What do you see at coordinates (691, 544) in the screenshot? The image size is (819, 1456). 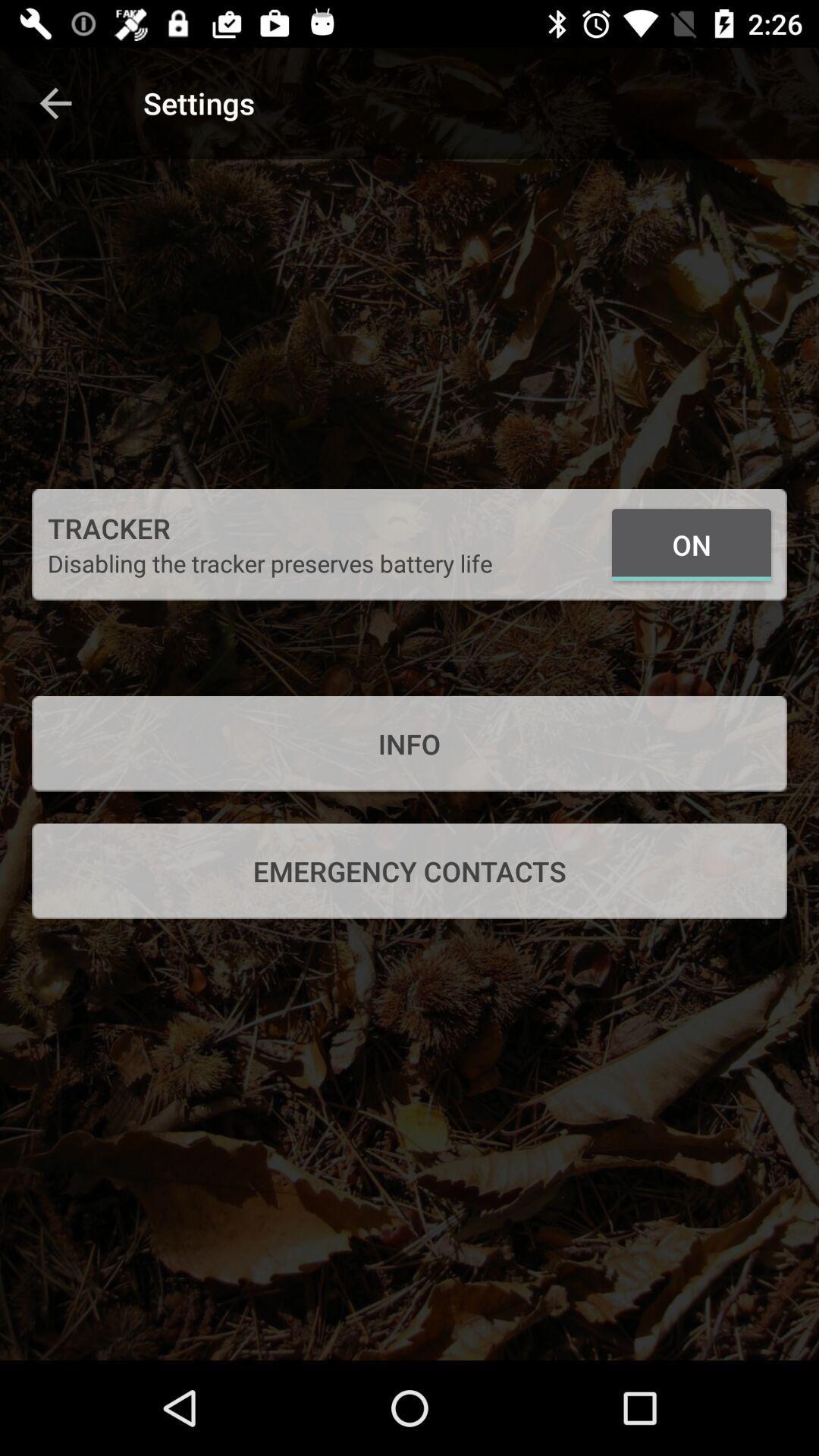 I see `the item above the info icon` at bounding box center [691, 544].